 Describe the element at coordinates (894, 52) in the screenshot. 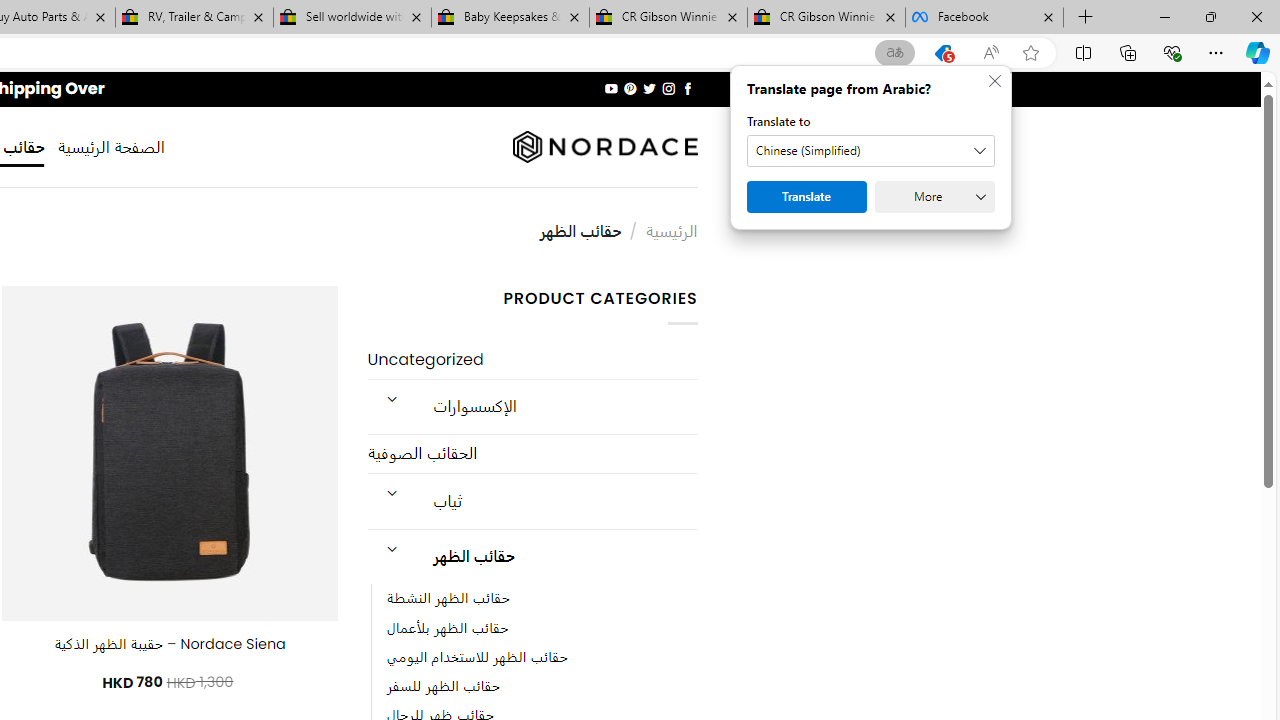

I see `'Show translate options'` at that location.